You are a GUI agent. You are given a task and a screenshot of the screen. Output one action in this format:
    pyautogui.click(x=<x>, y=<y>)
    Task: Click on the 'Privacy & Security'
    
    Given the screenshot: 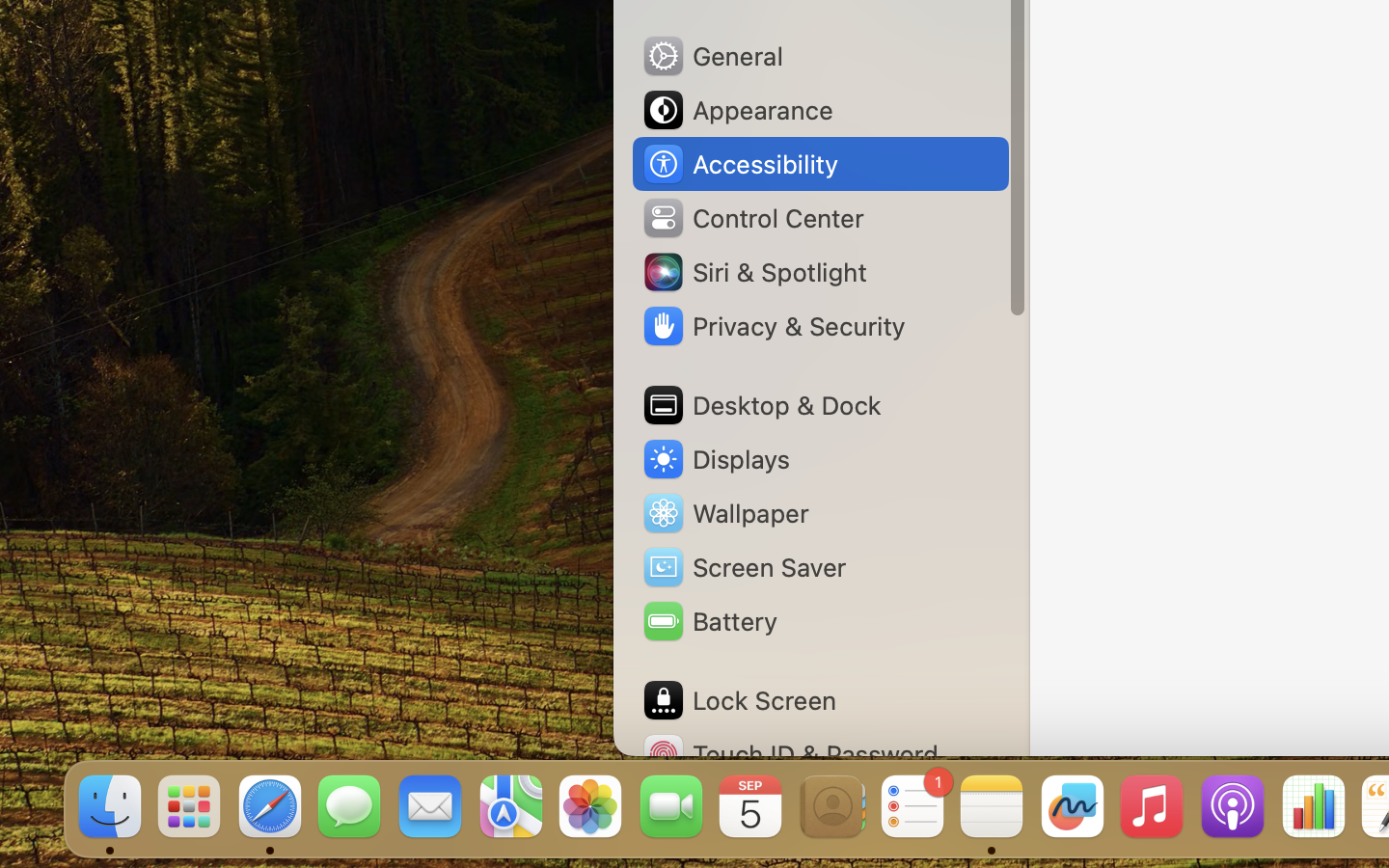 What is the action you would take?
    pyautogui.click(x=773, y=326)
    